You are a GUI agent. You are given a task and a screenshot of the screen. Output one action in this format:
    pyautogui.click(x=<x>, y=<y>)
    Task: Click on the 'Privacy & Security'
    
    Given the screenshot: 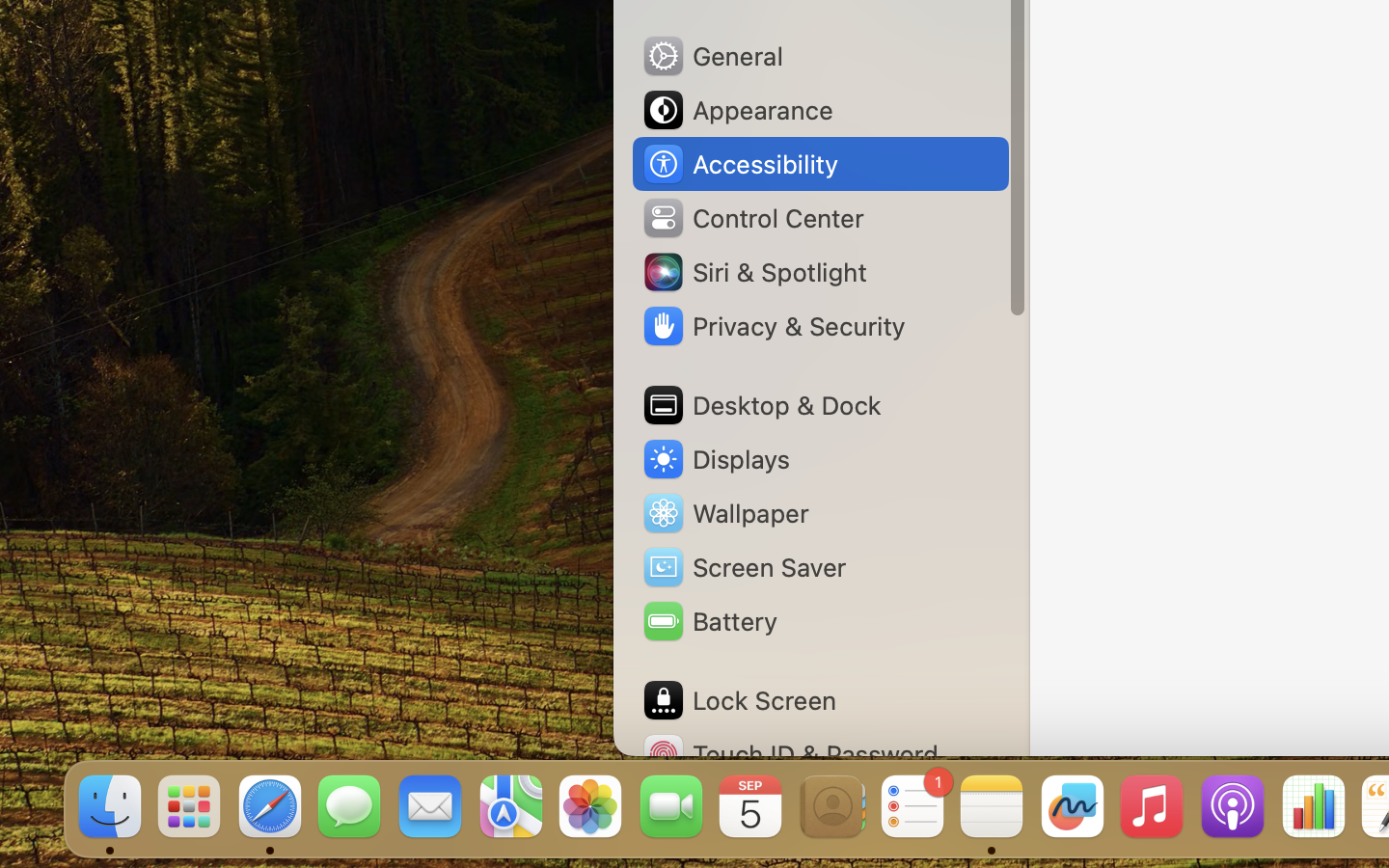 What is the action you would take?
    pyautogui.click(x=773, y=326)
    